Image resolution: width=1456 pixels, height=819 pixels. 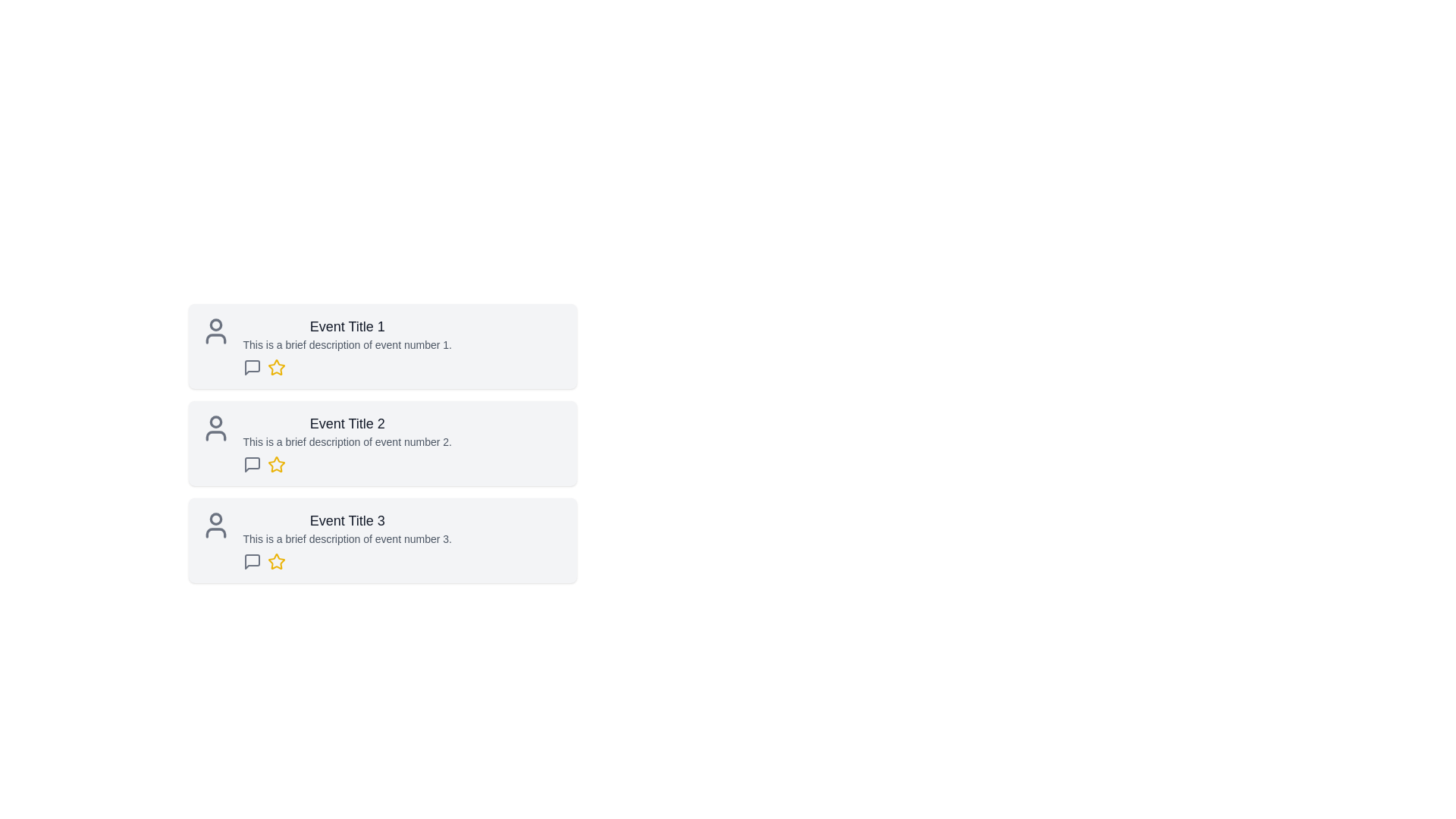 What do you see at coordinates (276, 463) in the screenshot?
I see `the star icon located in the bottom-right corner of the second card from the top` at bounding box center [276, 463].